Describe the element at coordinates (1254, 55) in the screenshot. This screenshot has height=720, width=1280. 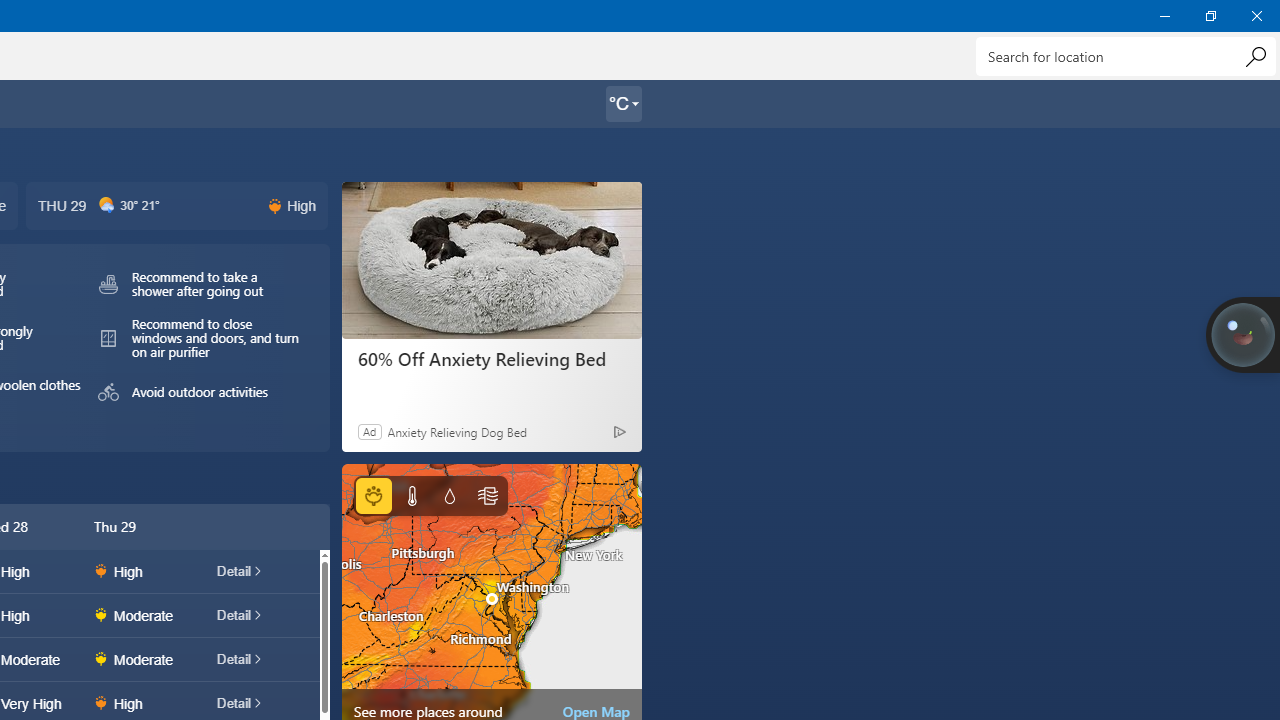
I see `'Search'` at that location.